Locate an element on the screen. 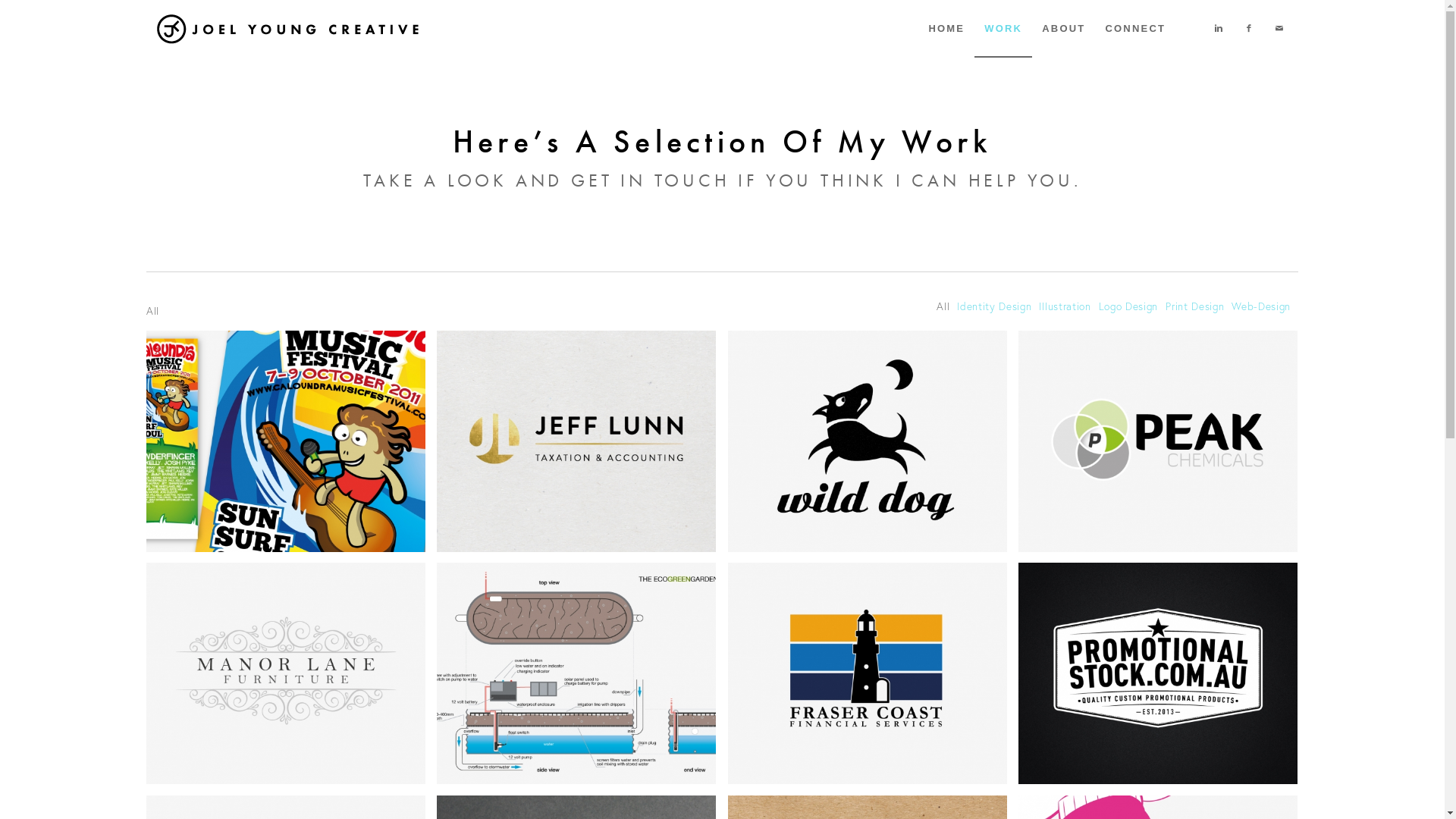  'Mail' is located at coordinates (1278, 28).